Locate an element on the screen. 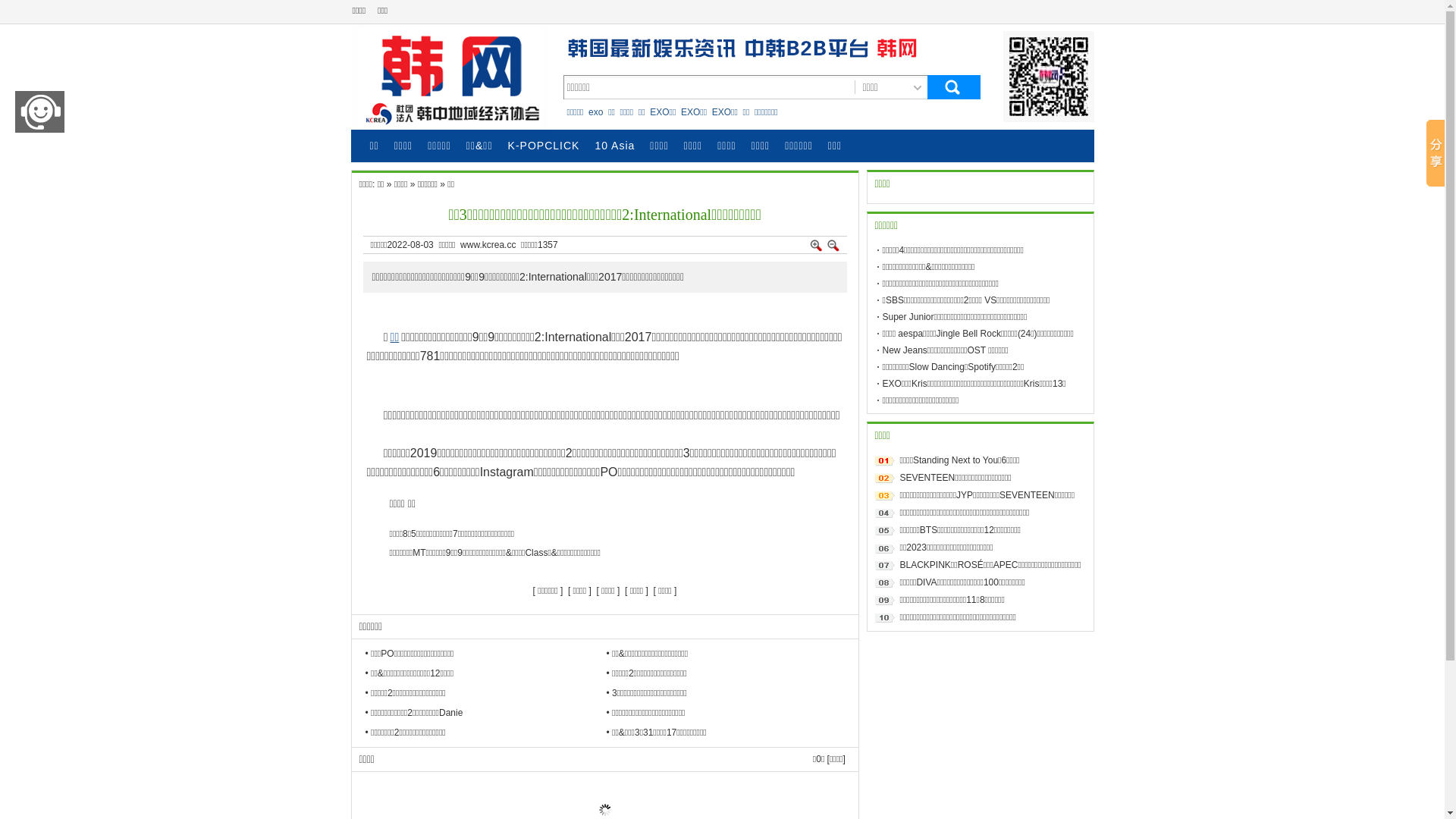 This screenshot has width=1456, height=819. 'exo' is located at coordinates (595, 110).